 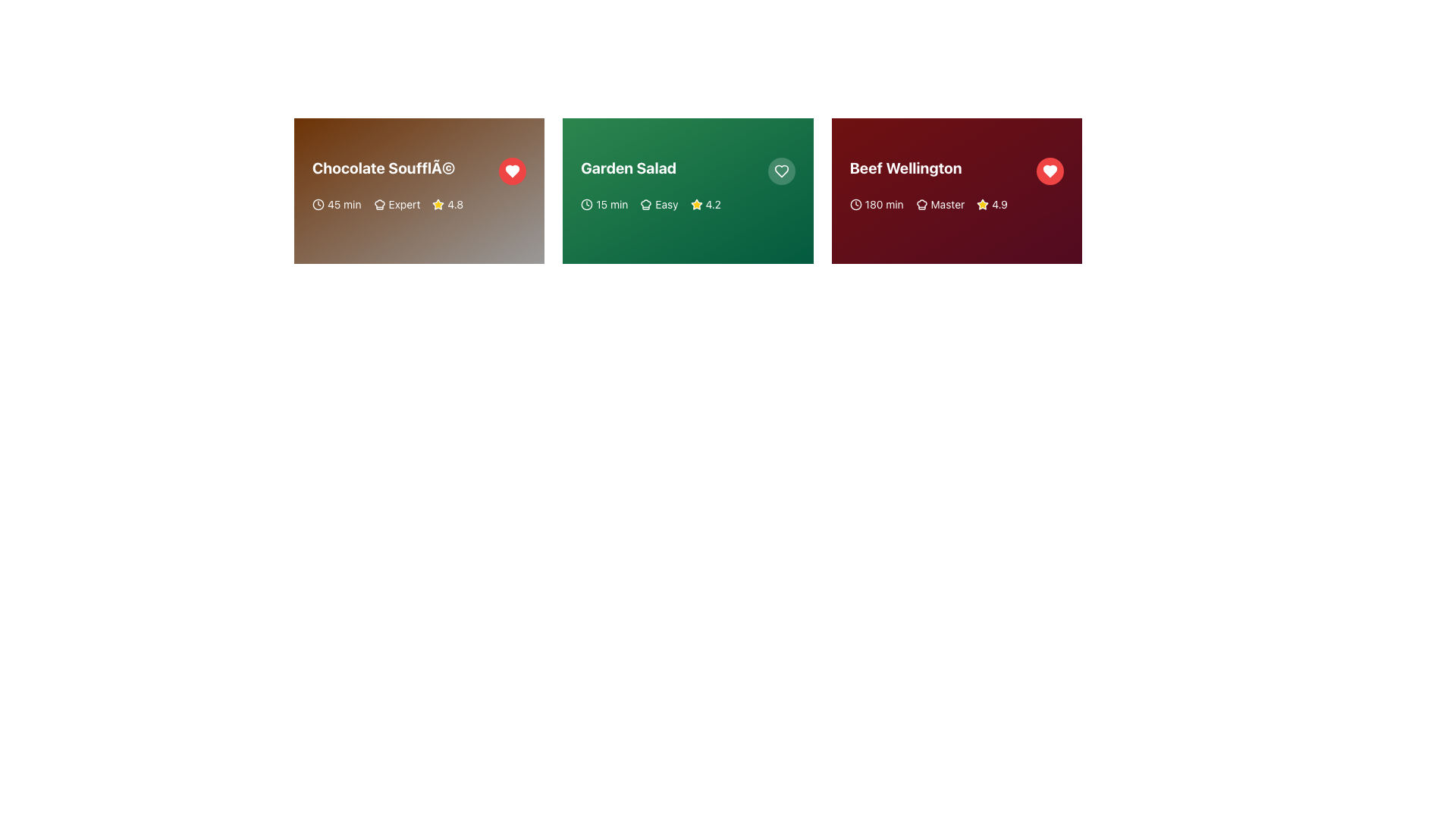 What do you see at coordinates (379, 205) in the screenshot?
I see `the culinary icon located in the card titled 'Chocolate Soufflé', positioned in the middle-left section below the title and adjacent to the culinary time and difficulty level text` at bounding box center [379, 205].